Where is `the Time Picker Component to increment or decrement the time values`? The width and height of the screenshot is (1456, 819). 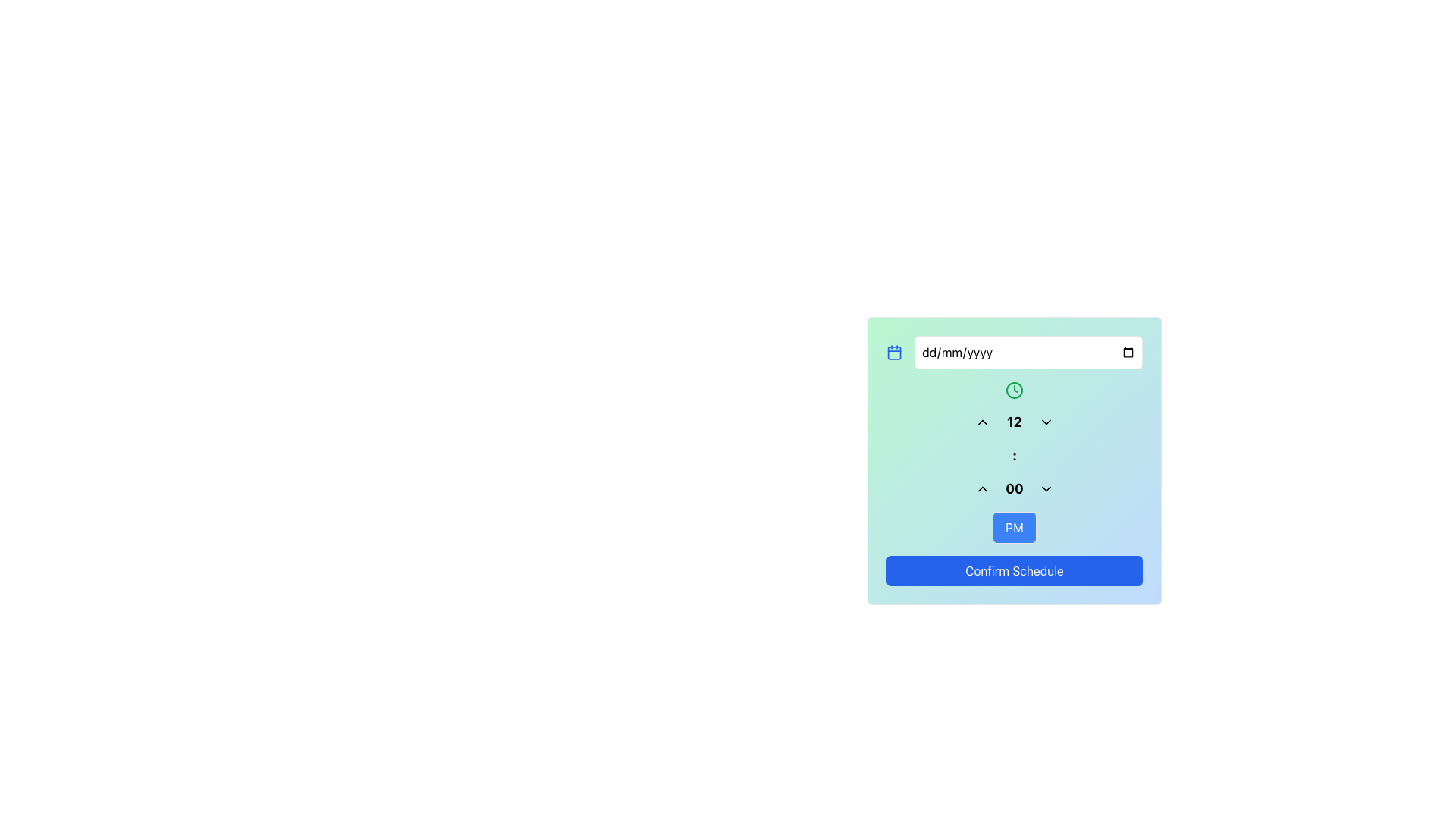 the Time Picker Component to increment or decrement the time values is located at coordinates (1015, 461).